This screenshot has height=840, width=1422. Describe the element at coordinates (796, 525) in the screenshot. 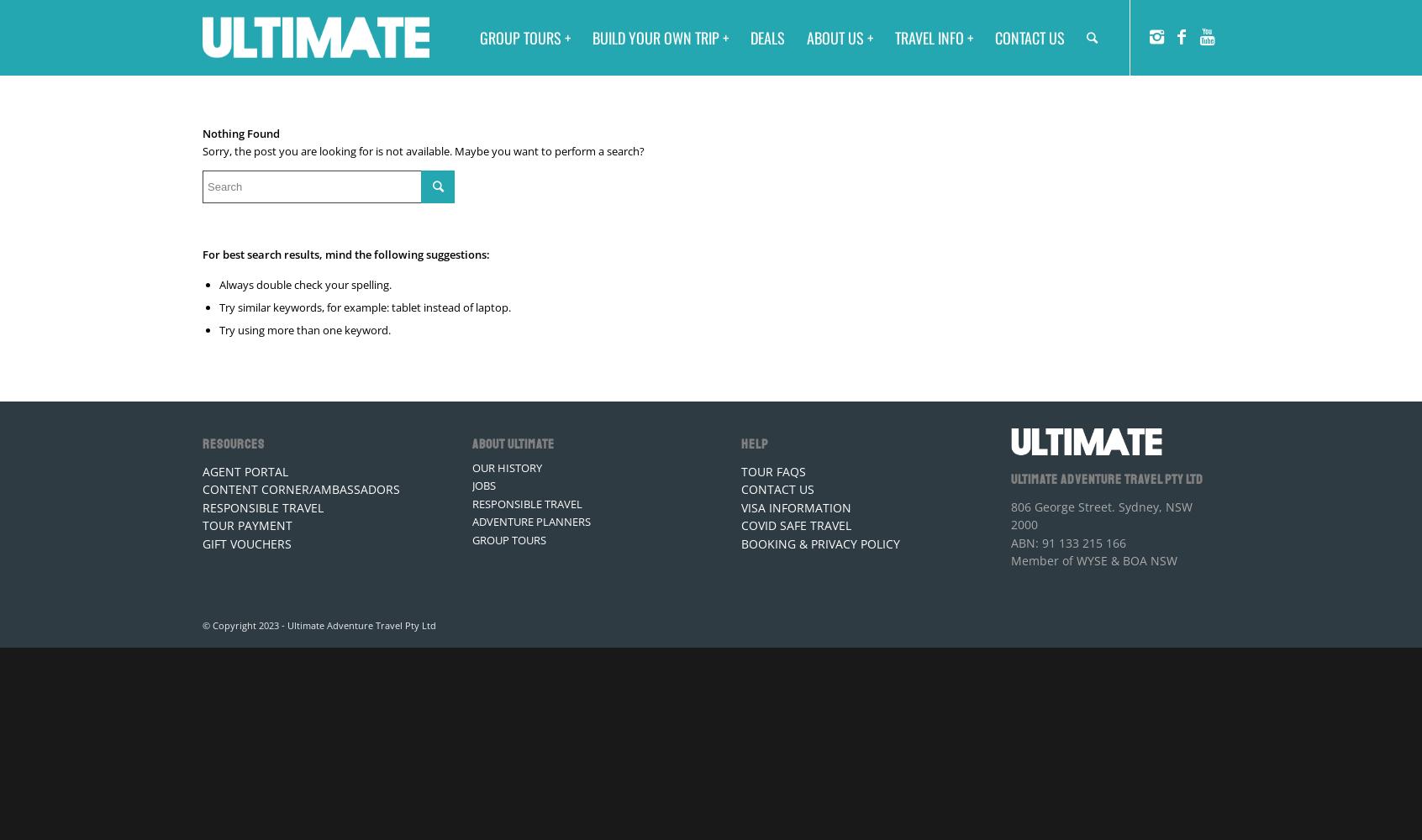

I see `'COVID SAFE TRAVEL'` at that location.